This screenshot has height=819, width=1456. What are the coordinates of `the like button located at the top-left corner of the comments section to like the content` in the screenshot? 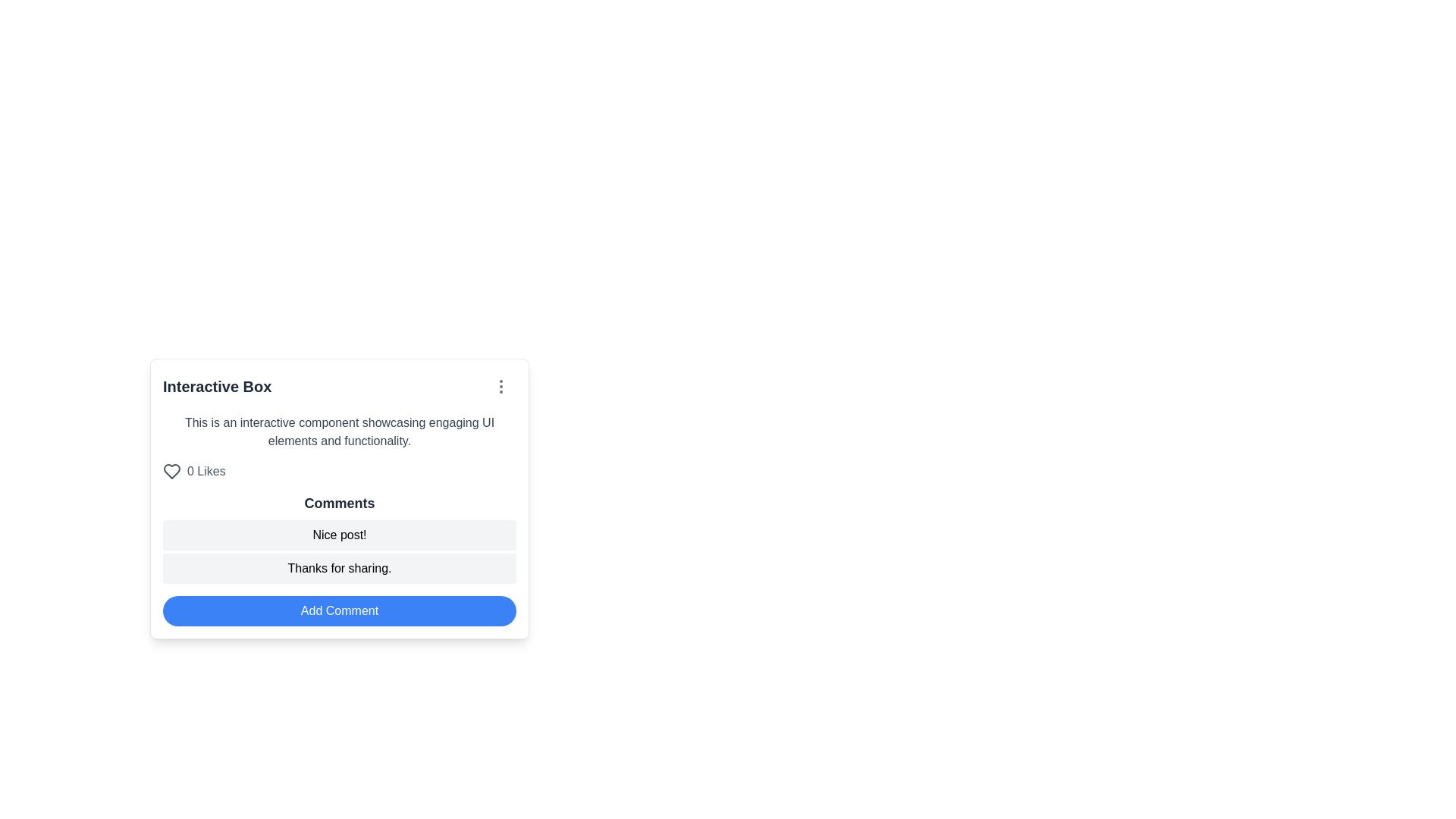 It's located at (193, 470).